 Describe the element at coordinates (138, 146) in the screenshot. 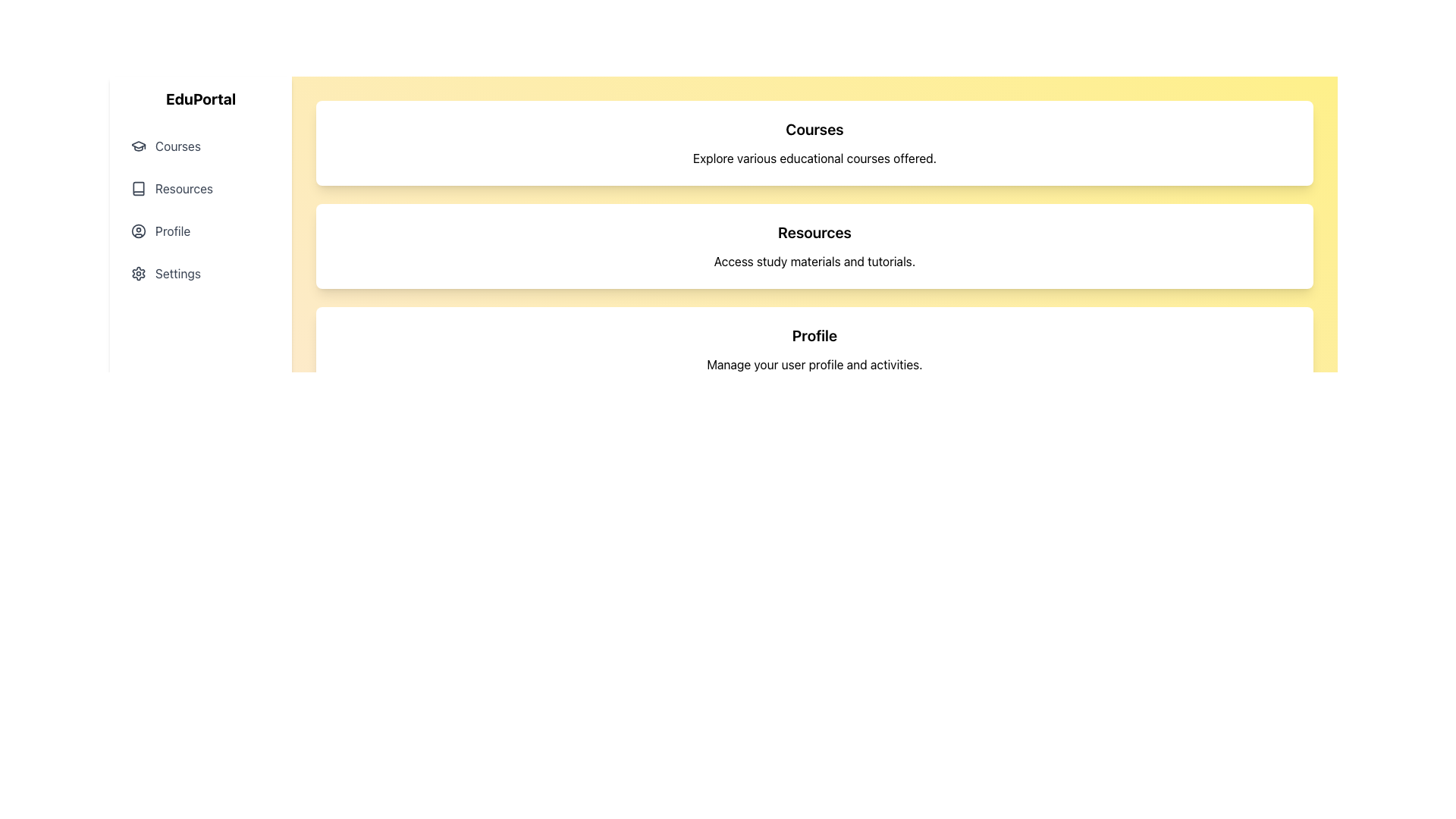

I see `the 'Courses' icon located on the left sidebar of the application` at that location.